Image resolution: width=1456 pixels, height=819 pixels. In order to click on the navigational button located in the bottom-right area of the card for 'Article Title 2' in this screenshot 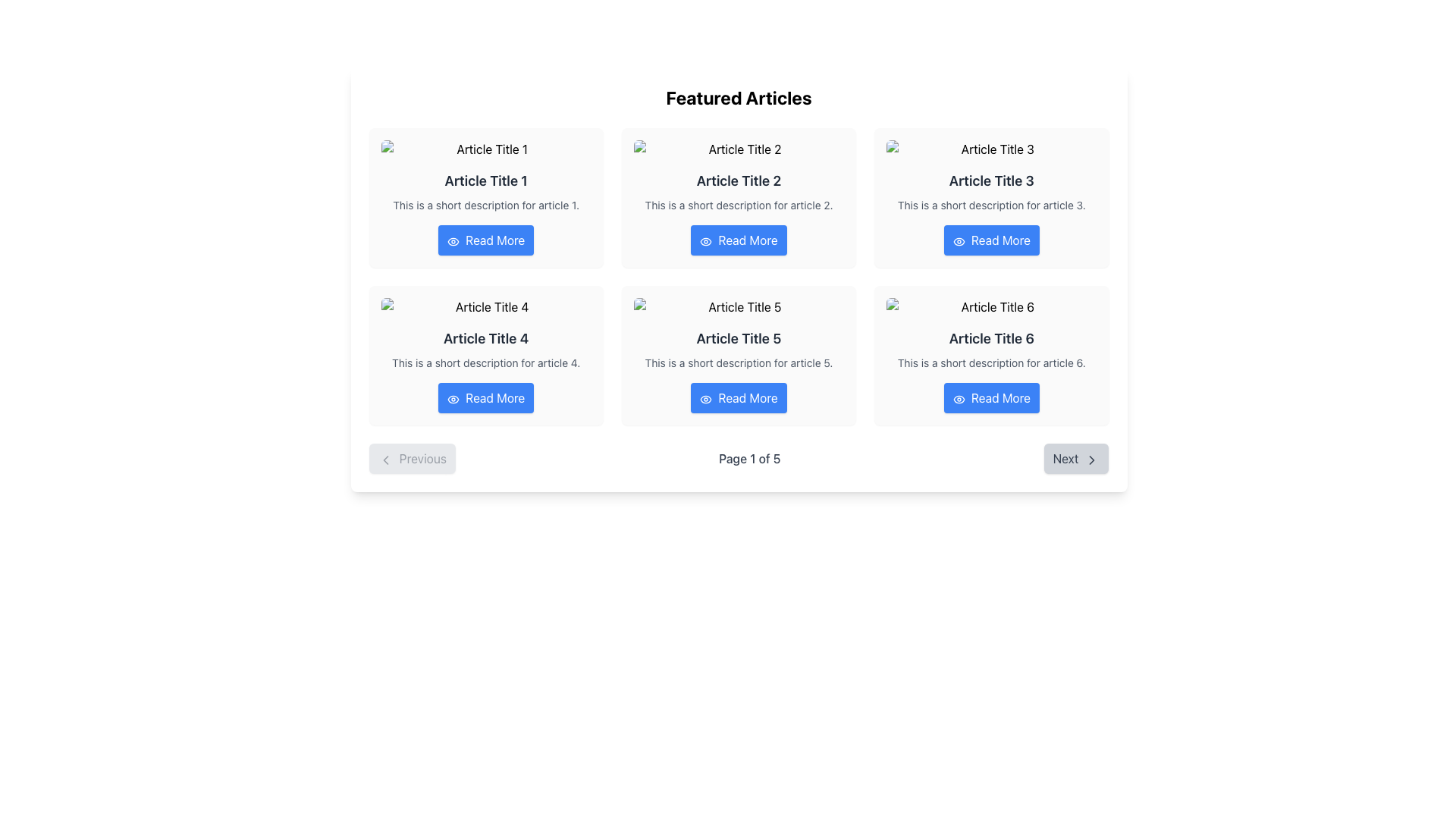, I will do `click(739, 239)`.